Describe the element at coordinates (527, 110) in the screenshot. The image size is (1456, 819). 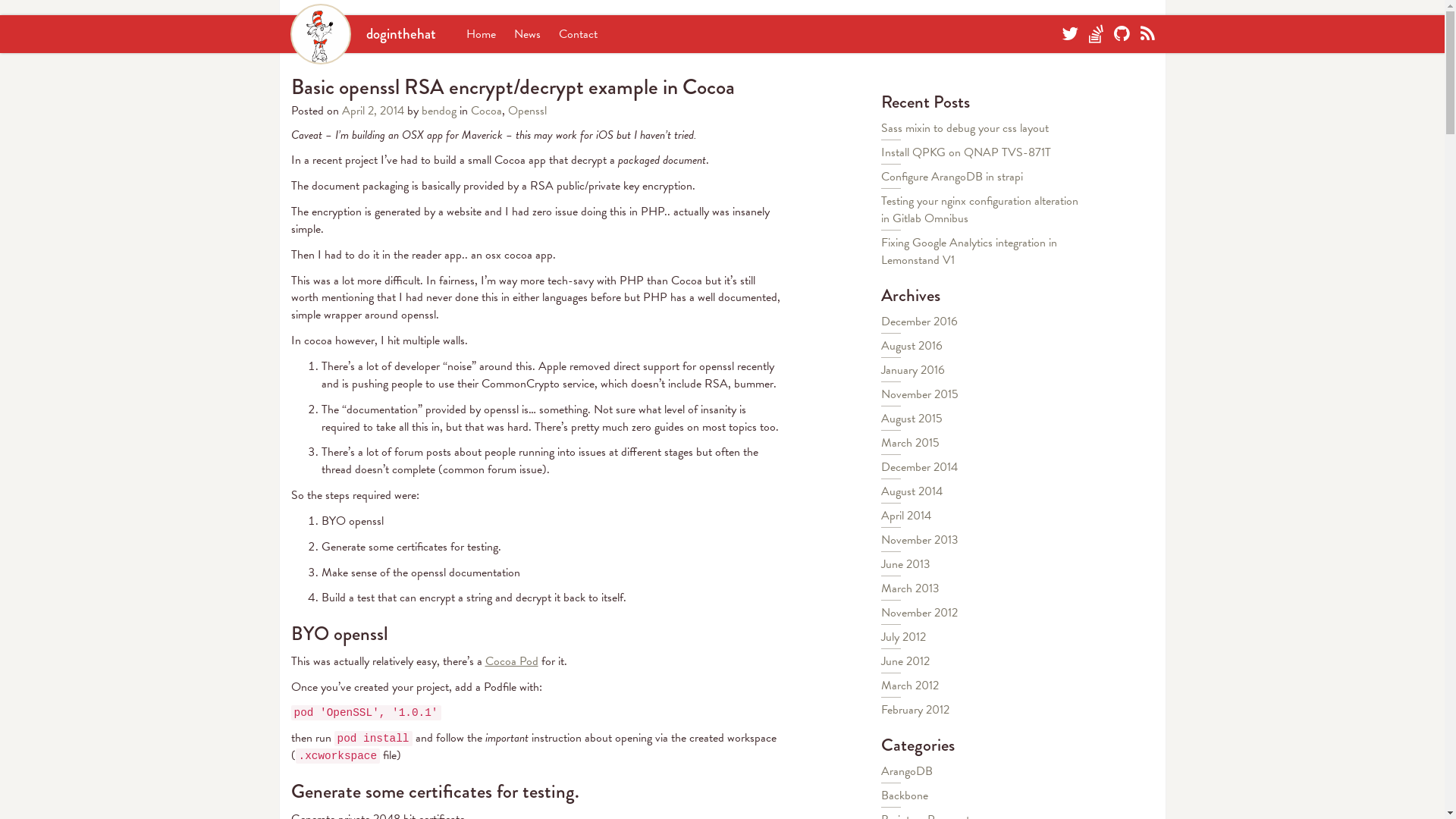
I see `'Openssl'` at that location.